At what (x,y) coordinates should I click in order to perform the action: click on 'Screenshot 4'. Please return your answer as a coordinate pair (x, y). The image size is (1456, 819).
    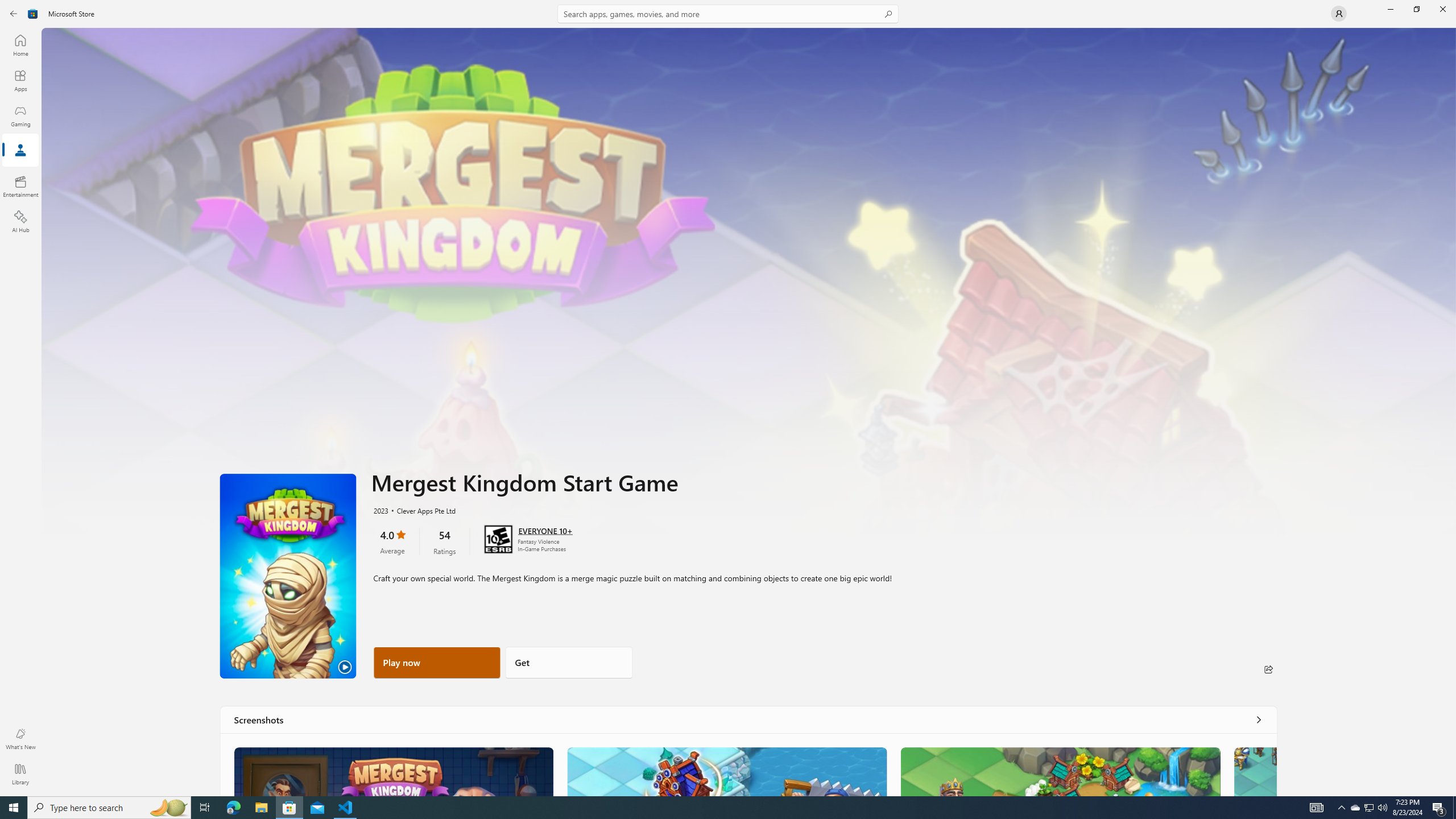
    Looking at the image, I should click on (1254, 771).